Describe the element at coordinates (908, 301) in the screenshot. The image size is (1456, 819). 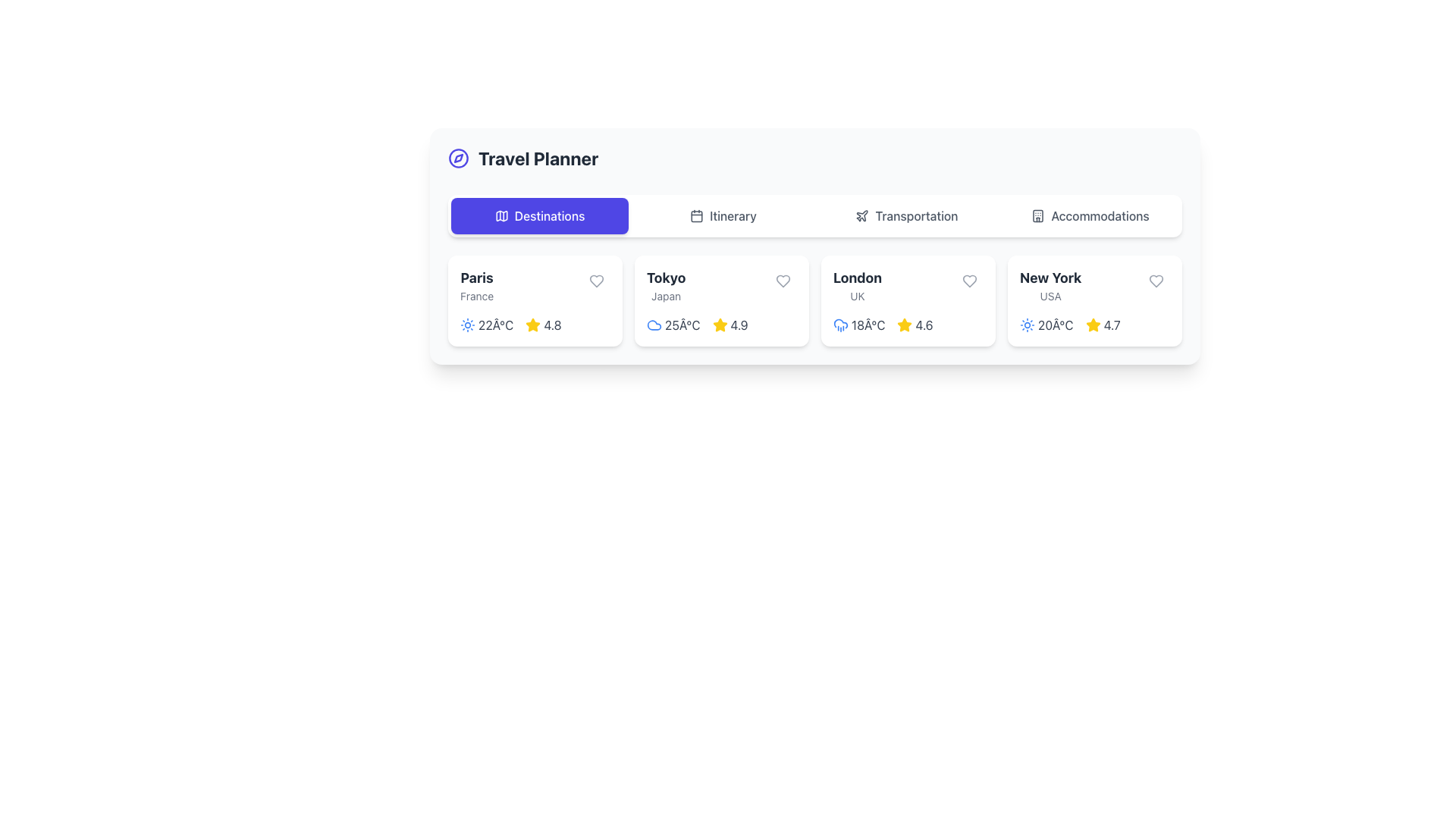
I see `the Informational card for London, UK` at that location.